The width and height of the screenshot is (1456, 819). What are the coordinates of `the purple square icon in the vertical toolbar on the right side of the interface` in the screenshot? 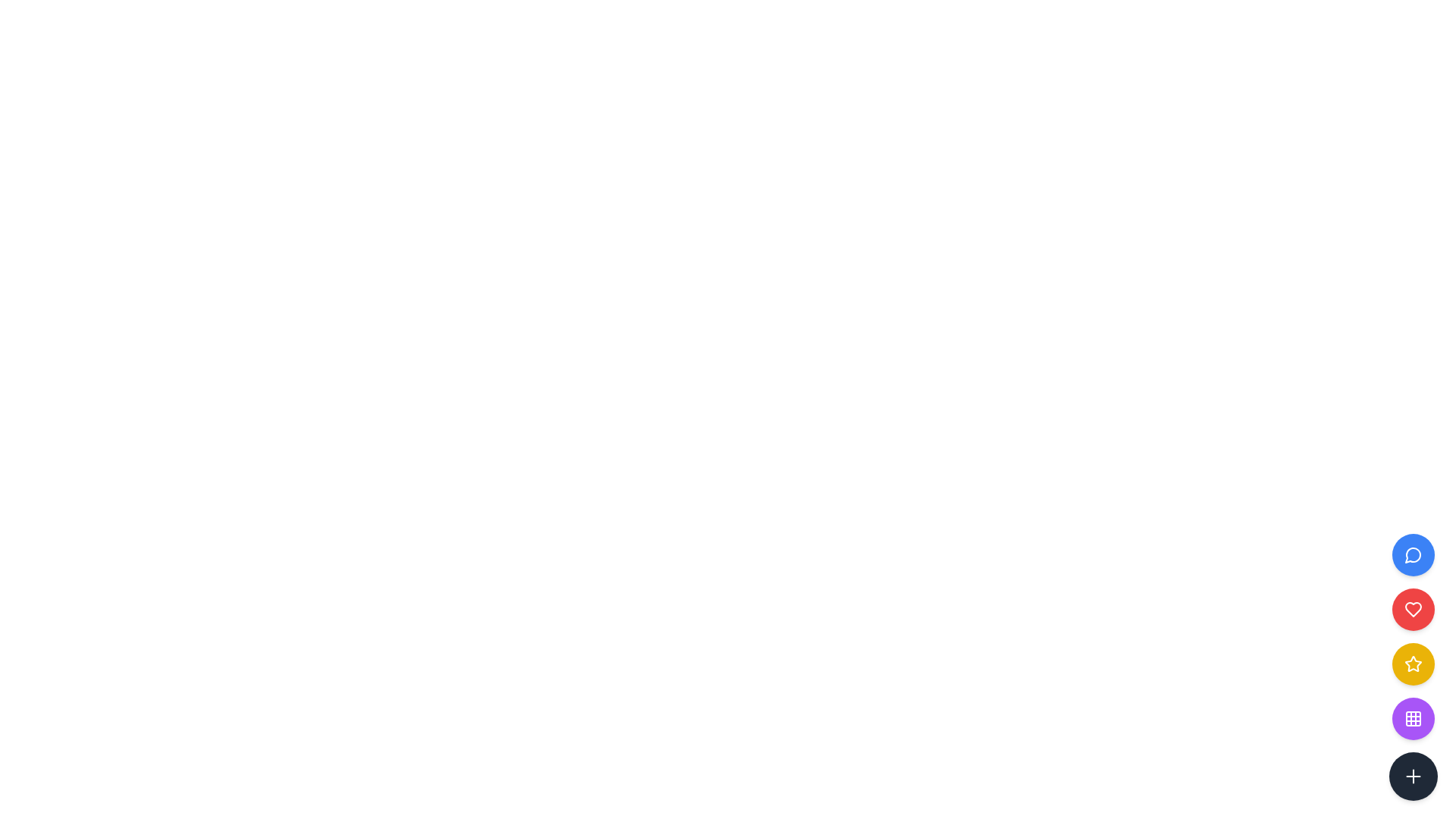 It's located at (1412, 718).